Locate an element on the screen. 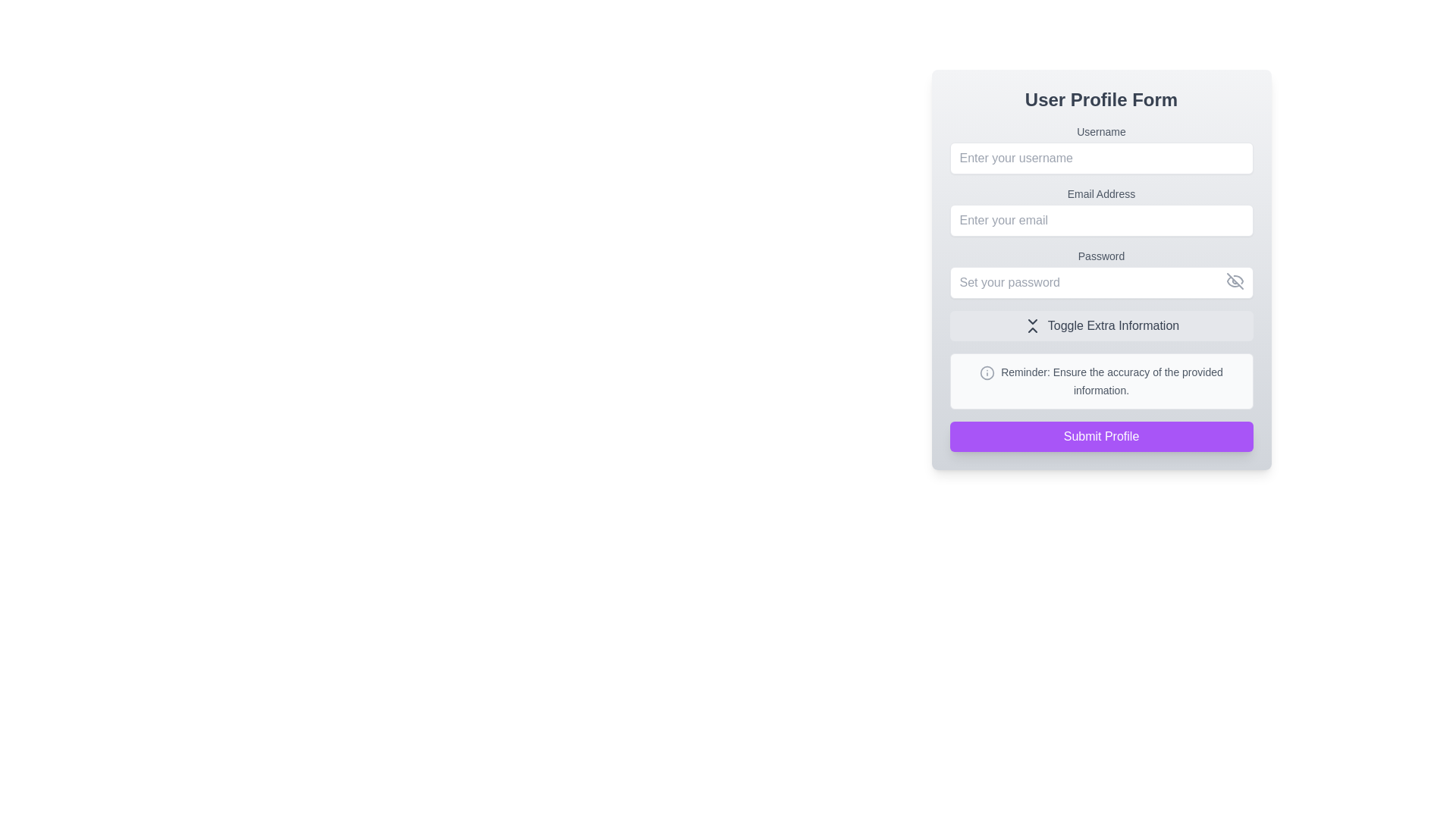 Image resolution: width=1456 pixels, height=819 pixels. the submission button for the 'User Profile Form' to observe styling changes is located at coordinates (1101, 436).